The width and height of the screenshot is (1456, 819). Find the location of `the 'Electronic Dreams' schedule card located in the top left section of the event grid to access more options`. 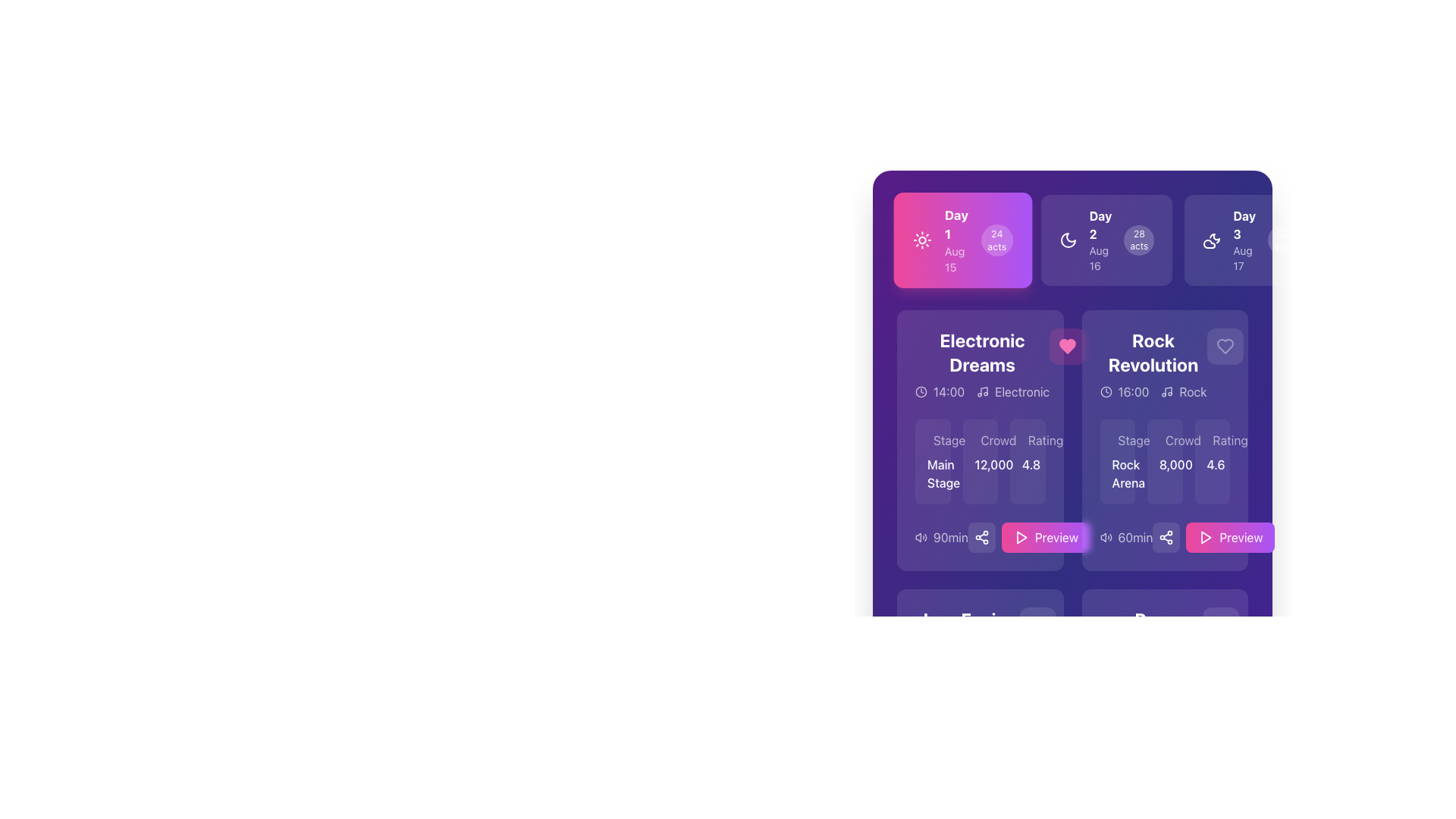

the 'Electronic Dreams' schedule card located in the top left section of the event grid to access more options is located at coordinates (980, 441).